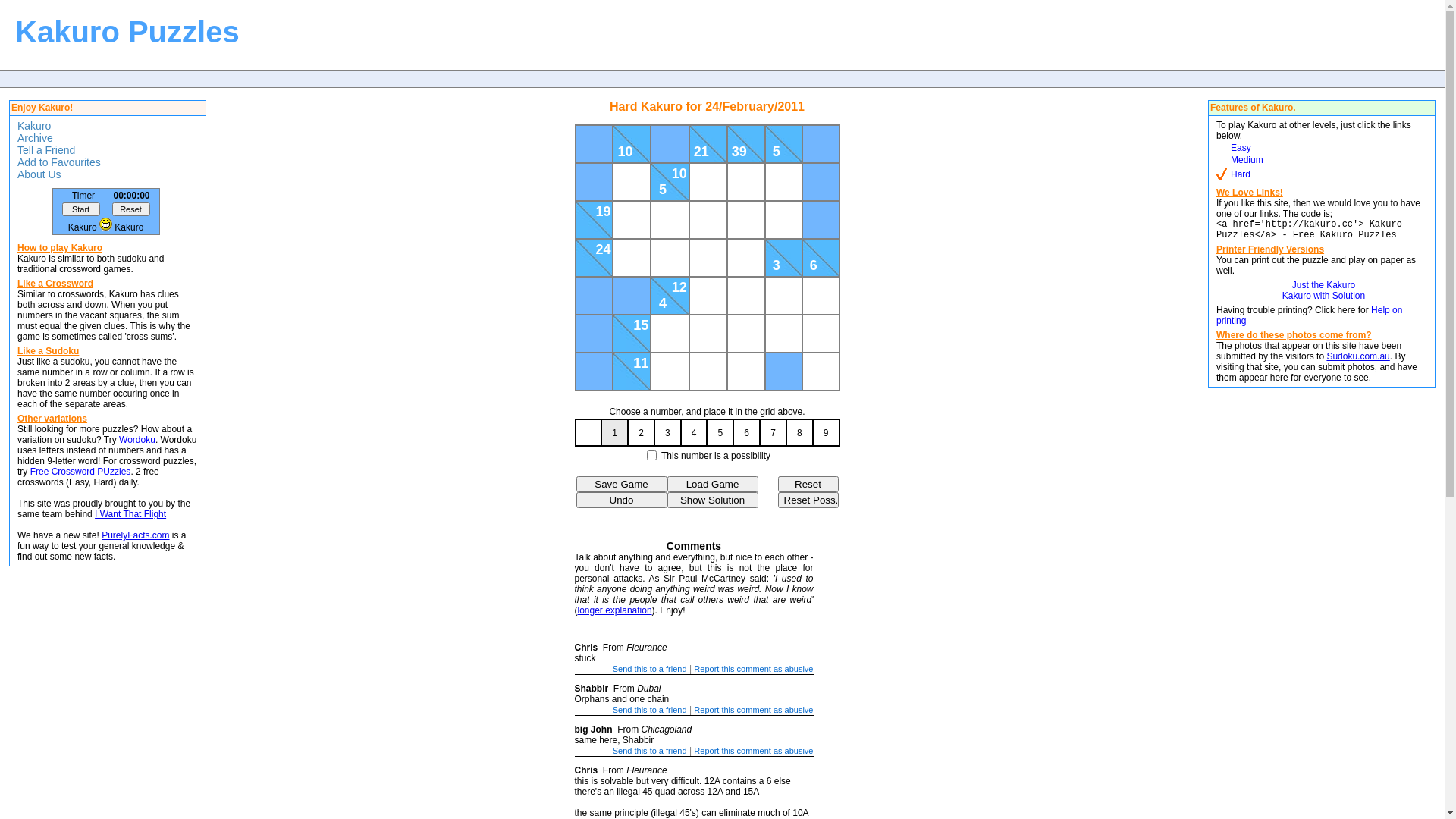  What do you see at coordinates (1308, 315) in the screenshot?
I see `'Help on printing'` at bounding box center [1308, 315].